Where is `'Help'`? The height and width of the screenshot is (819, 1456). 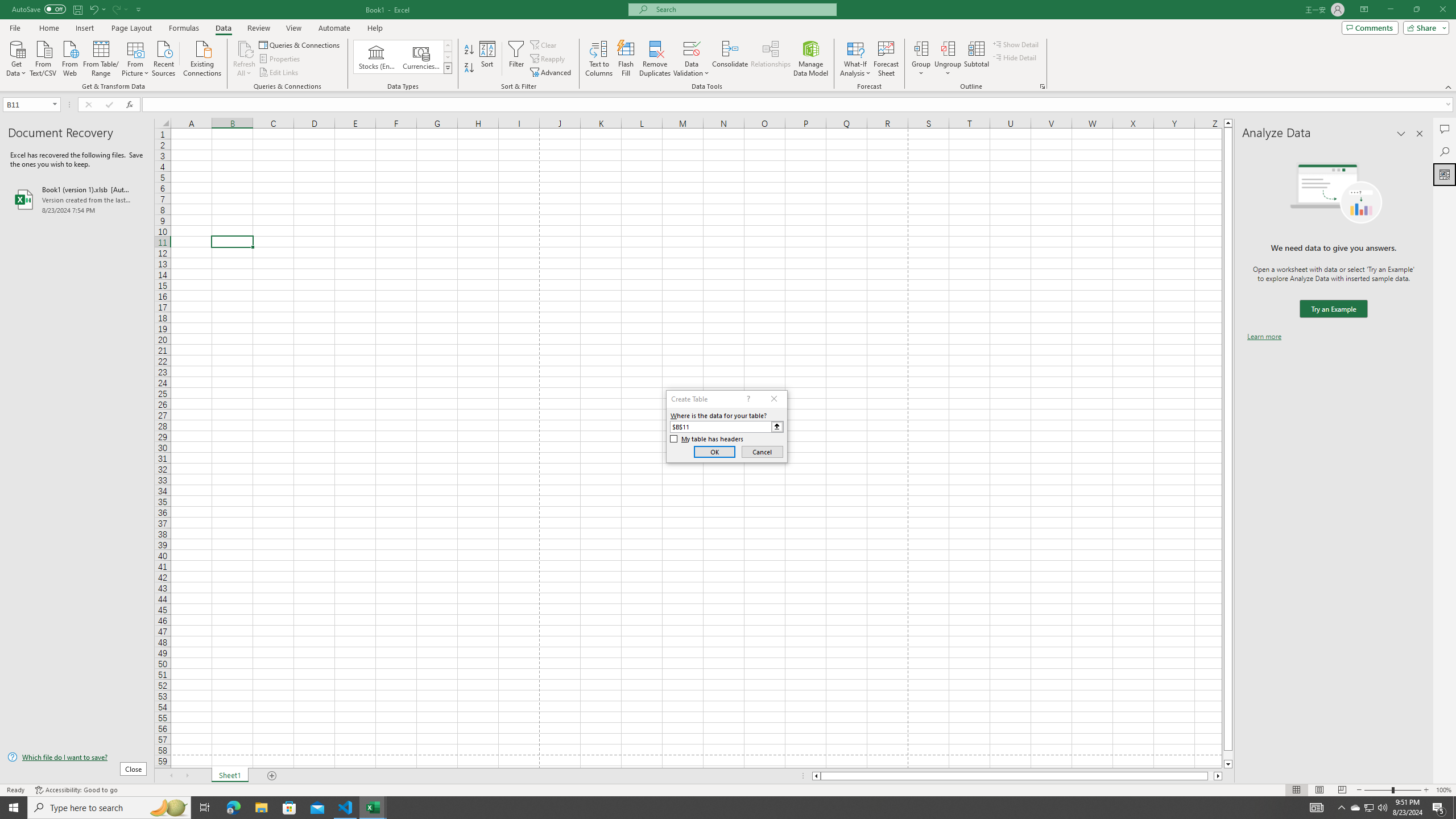
'Help' is located at coordinates (375, 28).